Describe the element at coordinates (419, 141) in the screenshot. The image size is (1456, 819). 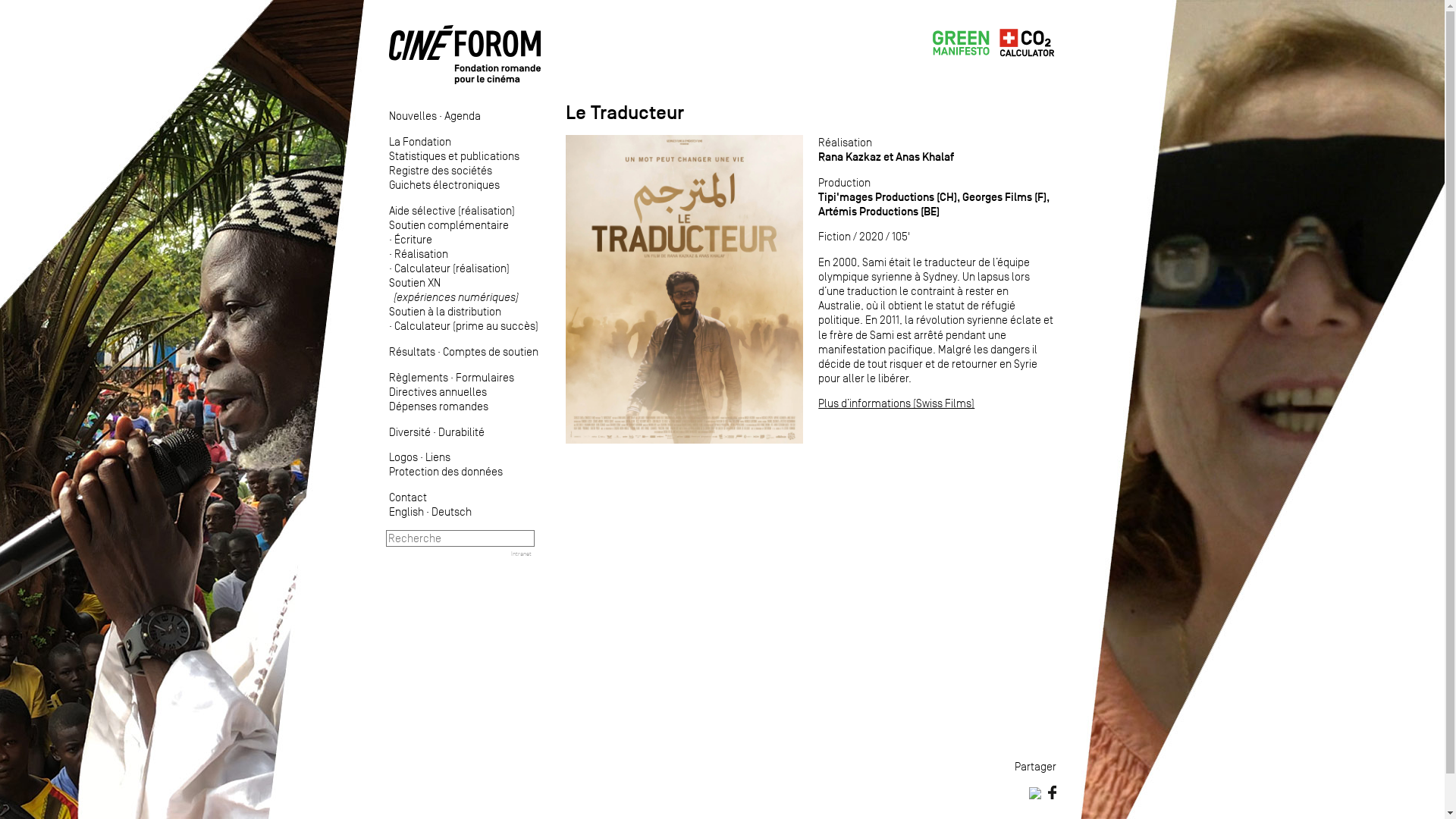
I see `'La Fondation'` at that location.